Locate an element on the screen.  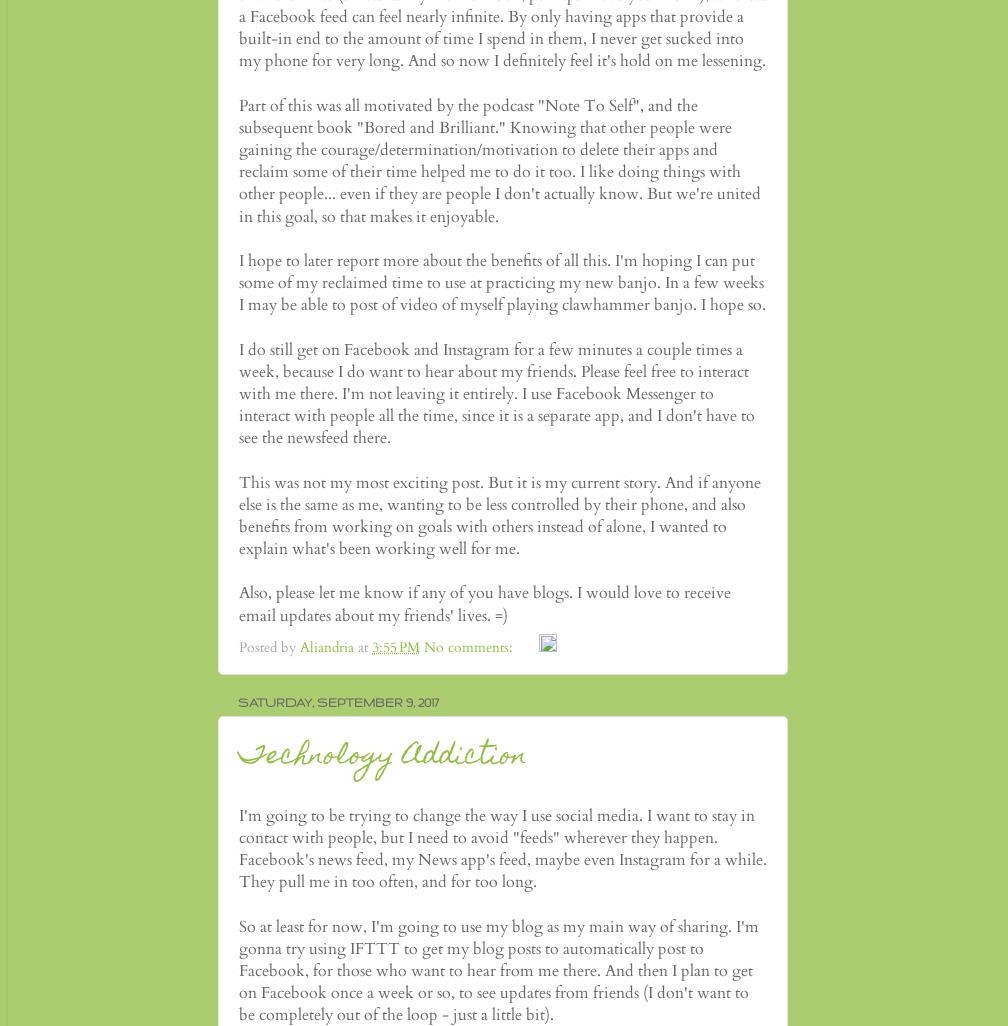
'3:55 PM' is located at coordinates (396, 647).